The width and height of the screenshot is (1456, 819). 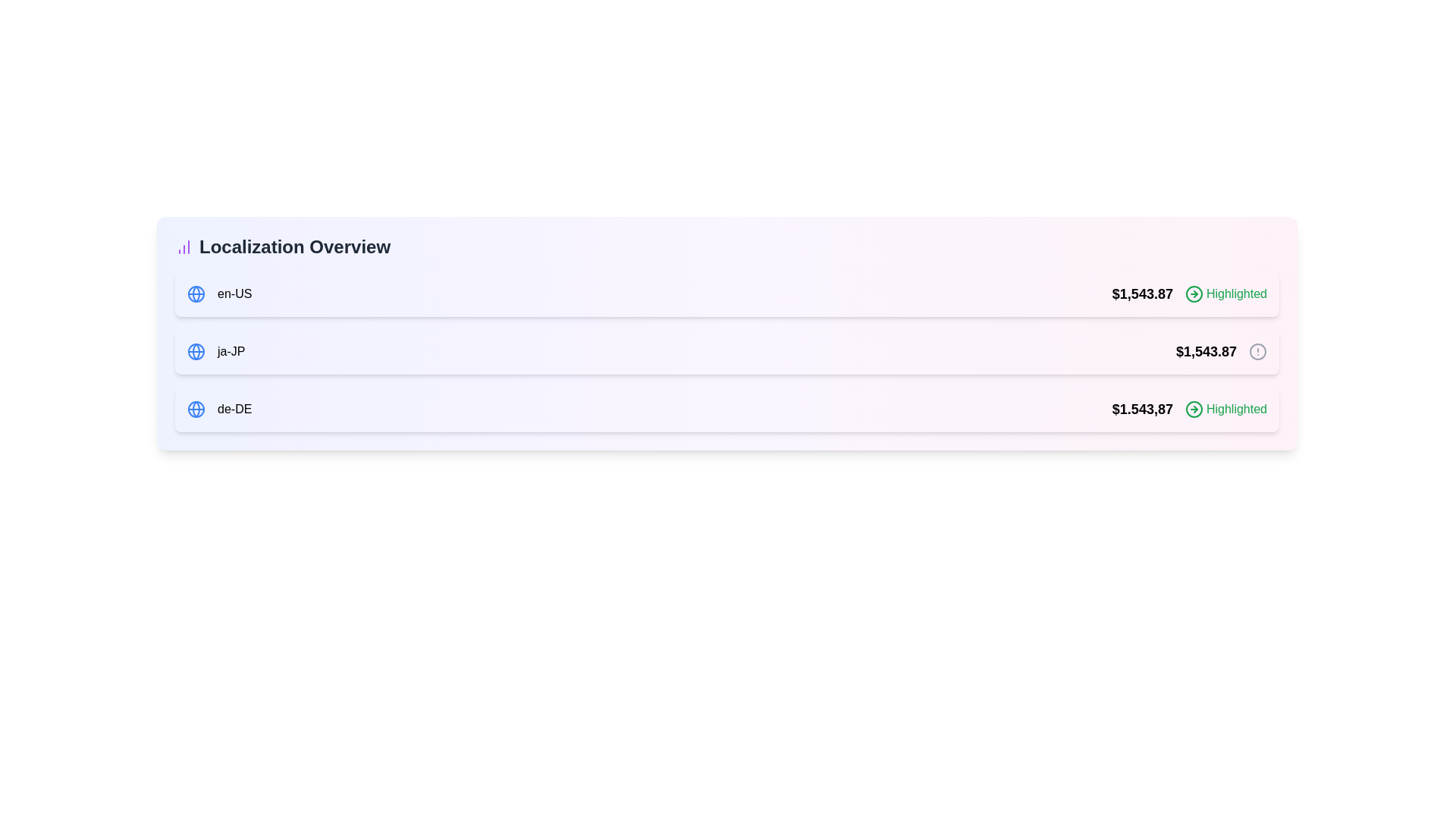 I want to click on the Label element displaying 'de-DE' that is styled in a standard sans-serif font and located next to a globe icon, positioned at the bottom of a vertically stacked list of similar elements, so click(x=234, y=409).